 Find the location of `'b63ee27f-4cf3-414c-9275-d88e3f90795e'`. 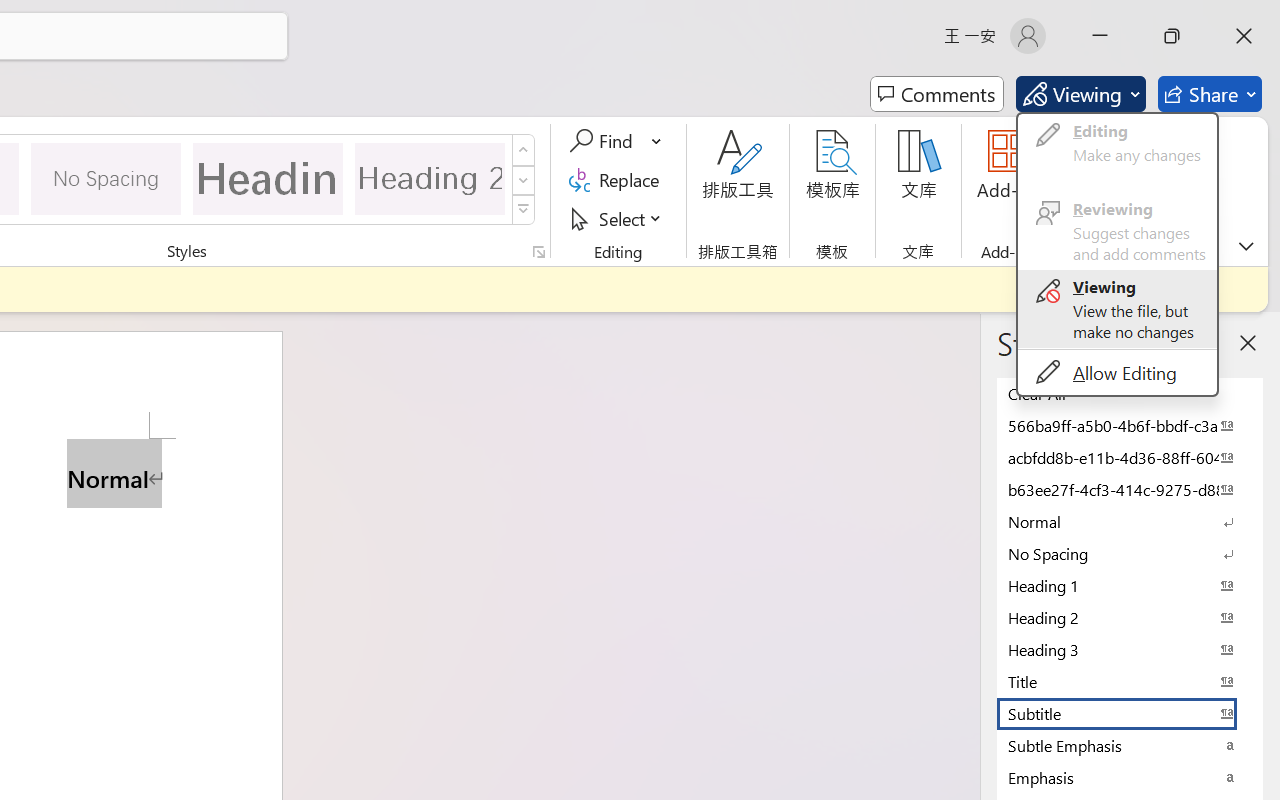

'b63ee27f-4cf3-414c-9275-d88e3f90795e' is located at coordinates (1130, 489).